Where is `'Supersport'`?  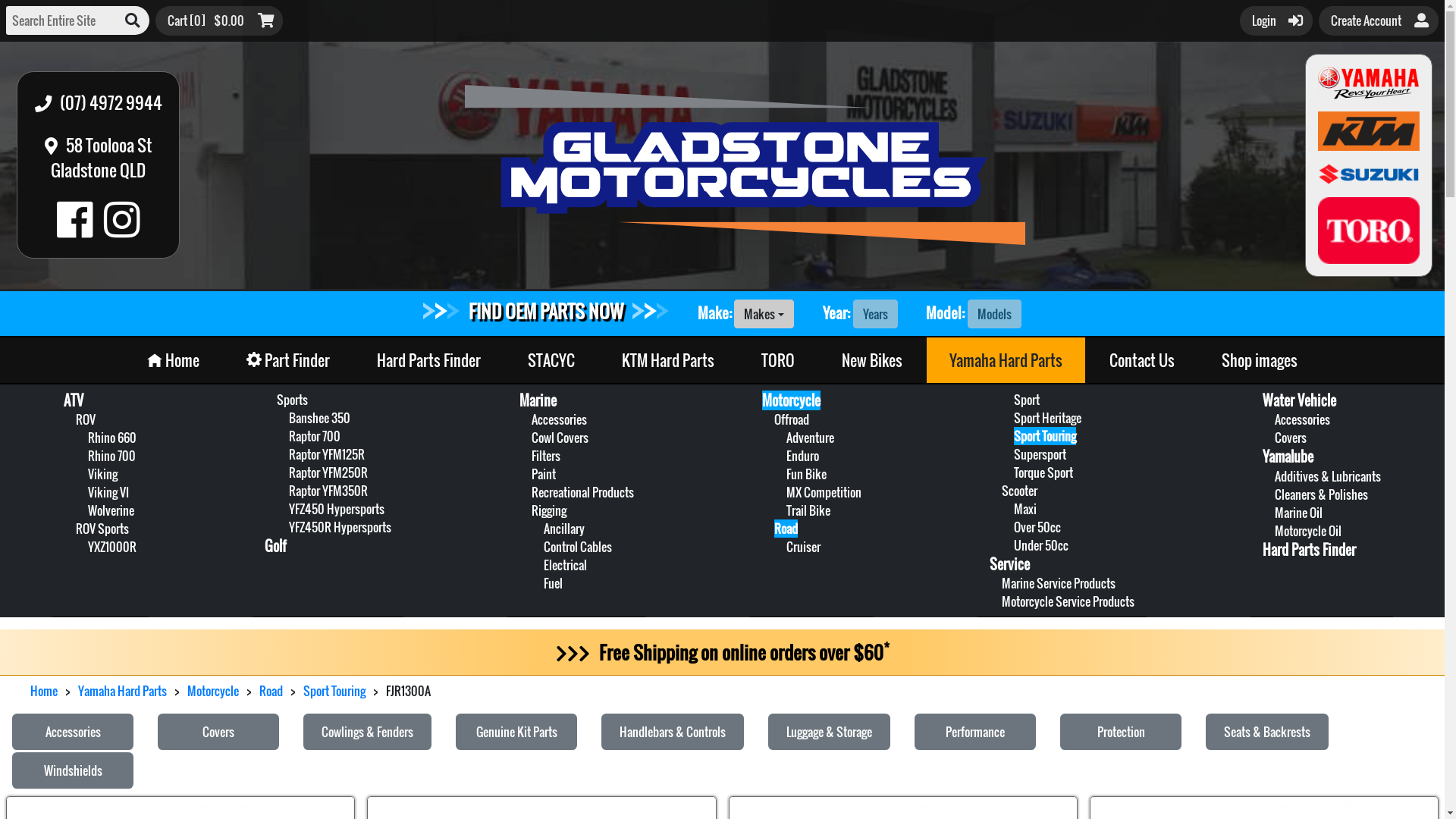
'Supersport' is located at coordinates (1014, 453).